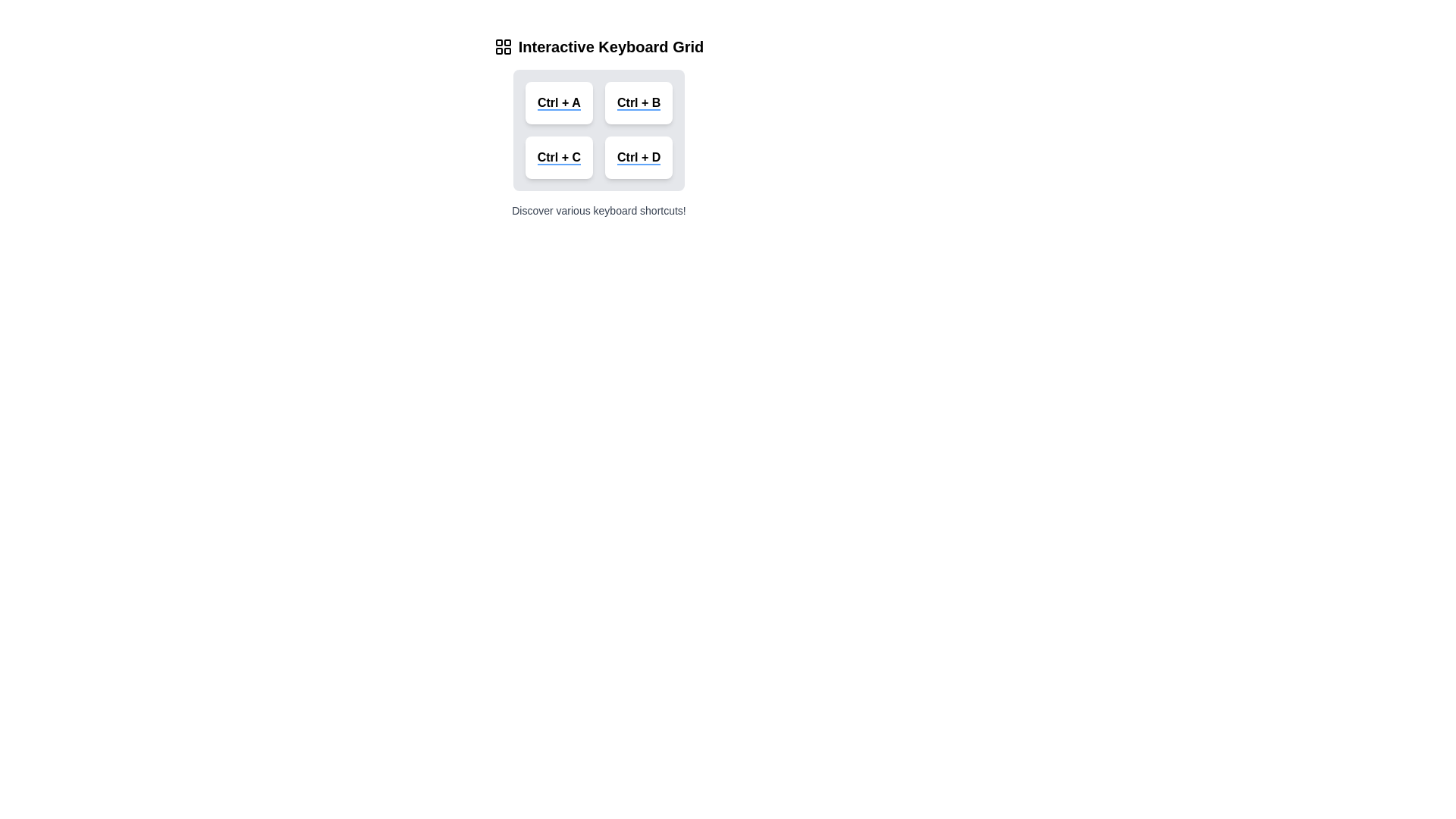 This screenshot has width=1456, height=819. I want to click on the Text label indicating the keyboard shortcut 'Ctrl + B' for bold text formatting, located in the top-right quadrant of the grid layout of keyboard shortcuts, so click(639, 102).